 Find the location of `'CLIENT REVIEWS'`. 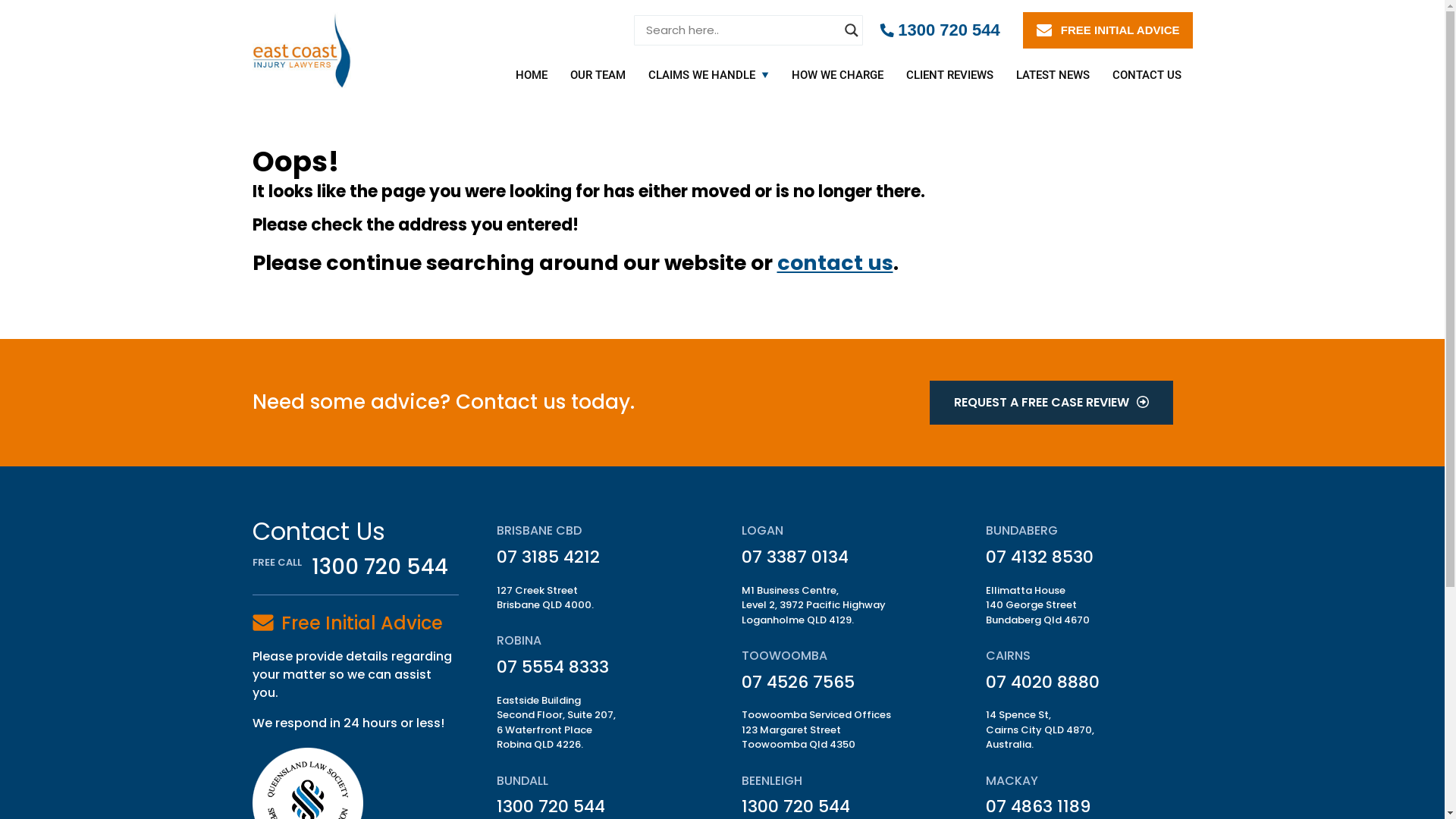

'CLIENT REVIEWS' is located at coordinates (949, 75).